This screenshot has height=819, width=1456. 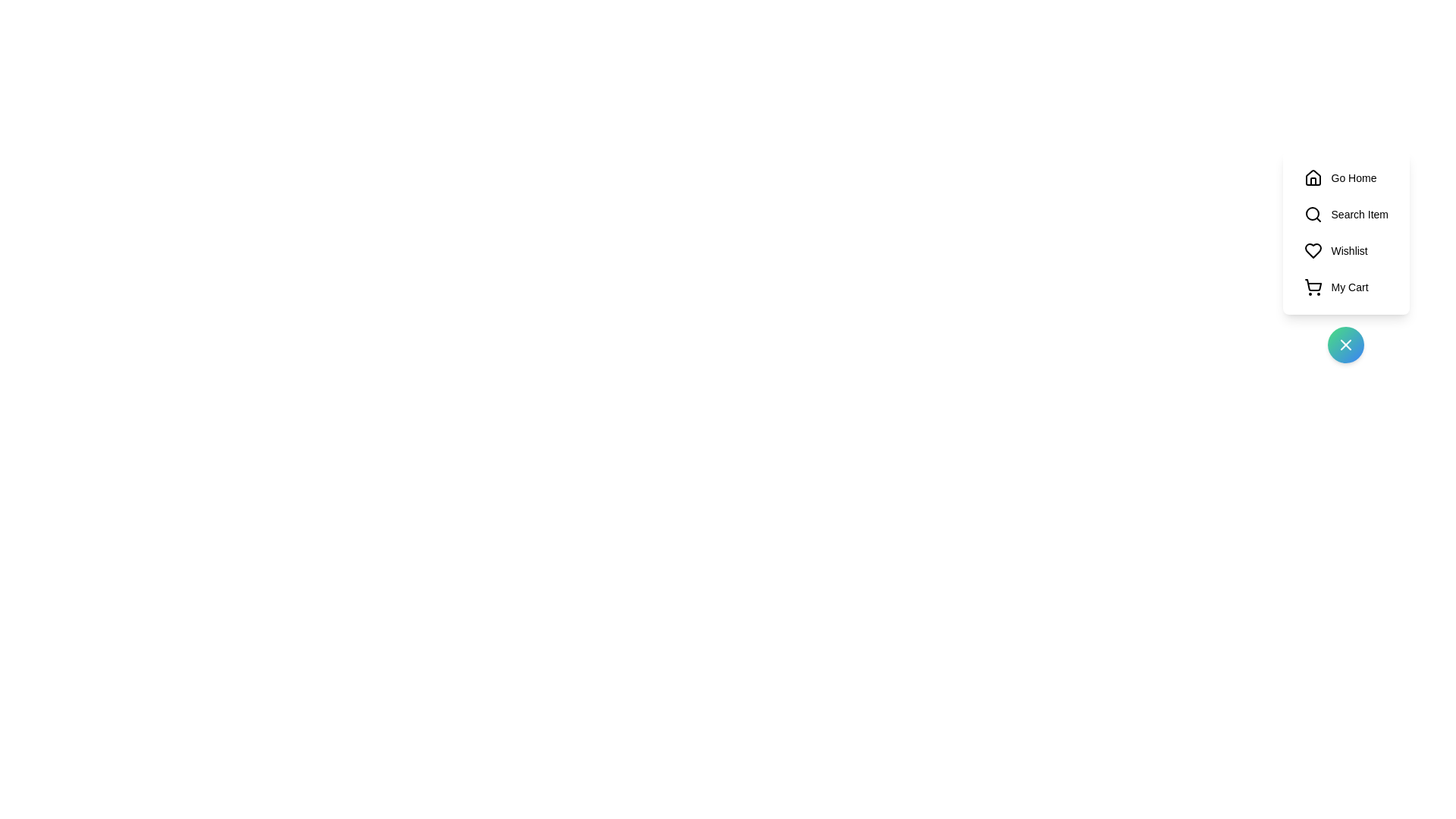 What do you see at coordinates (1346, 177) in the screenshot?
I see `the 'Go Home' button` at bounding box center [1346, 177].